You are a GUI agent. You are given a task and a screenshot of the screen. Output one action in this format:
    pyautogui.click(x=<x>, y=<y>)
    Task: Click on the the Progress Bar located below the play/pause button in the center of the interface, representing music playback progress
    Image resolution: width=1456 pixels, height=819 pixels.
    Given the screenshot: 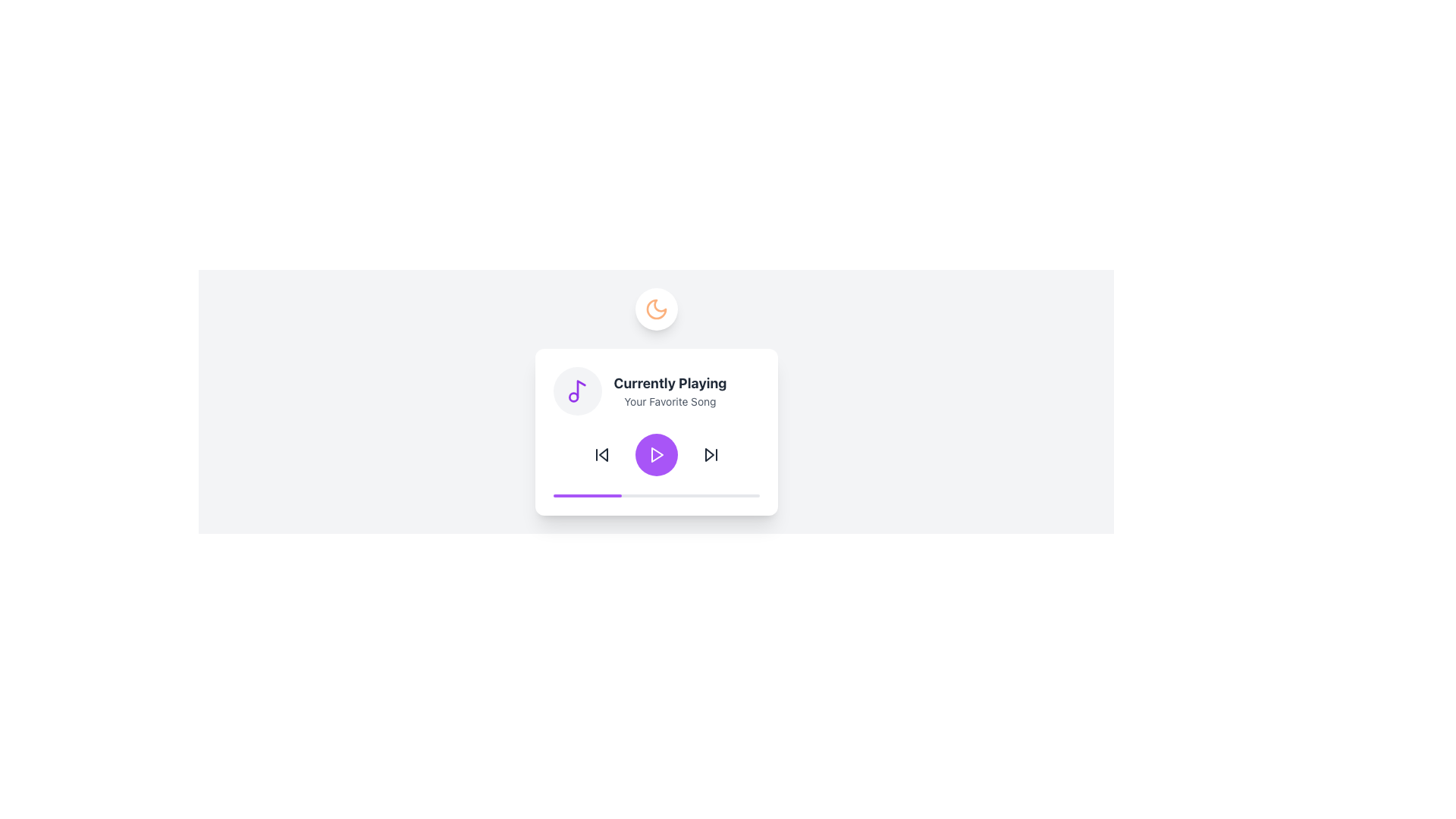 What is the action you would take?
    pyautogui.click(x=656, y=496)
    